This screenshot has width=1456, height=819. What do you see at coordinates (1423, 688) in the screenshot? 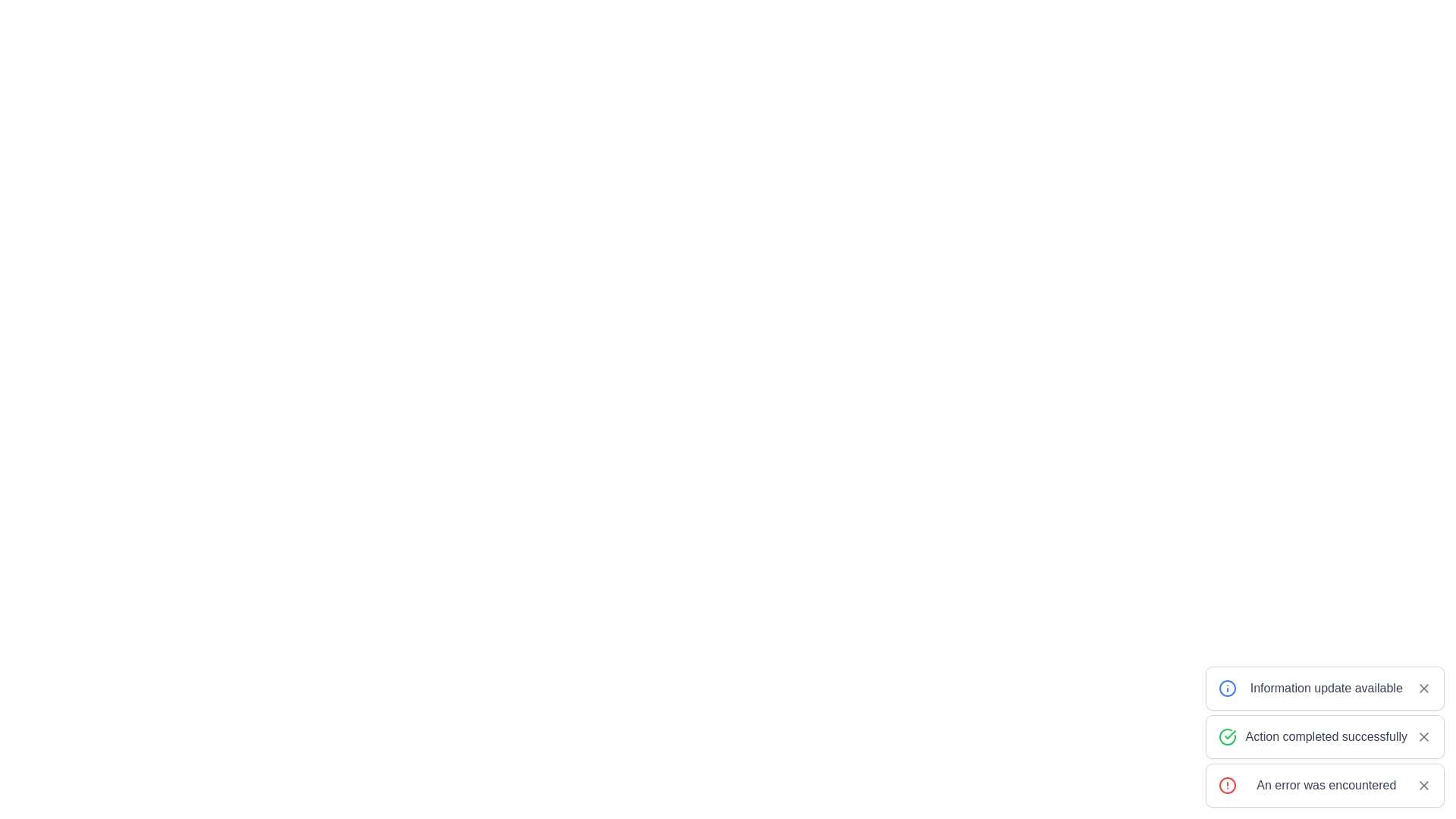
I see `the small gray button with a cross icon located at the far right end of the notification pane labeled 'Information update available'` at bounding box center [1423, 688].